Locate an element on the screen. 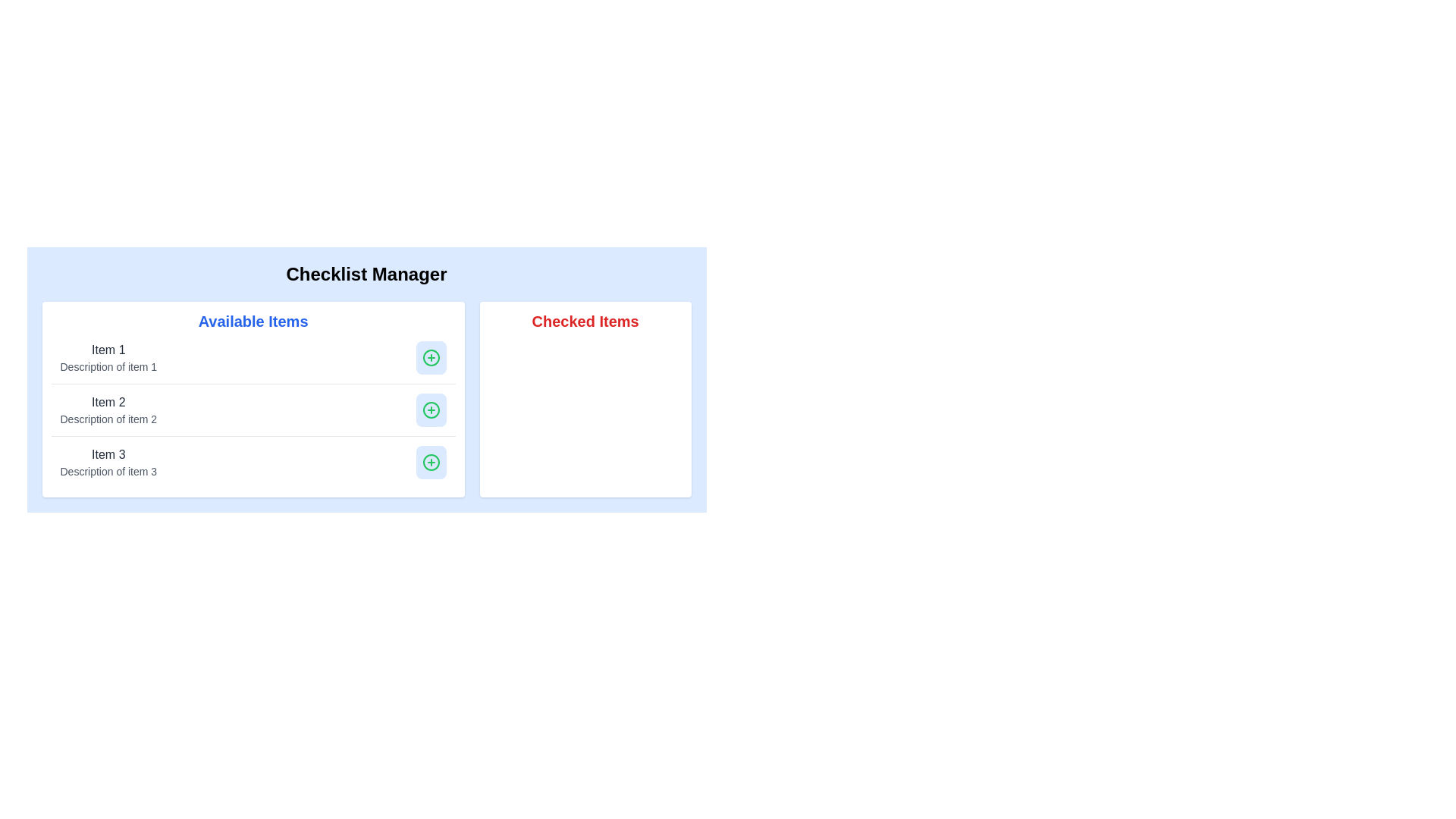  the Text label providing a detailed description of 'Item 3', which is centrally aligned below the 'Item 3' heading in the third section of the 'Available Items' group is located at coordinates (108, 470).